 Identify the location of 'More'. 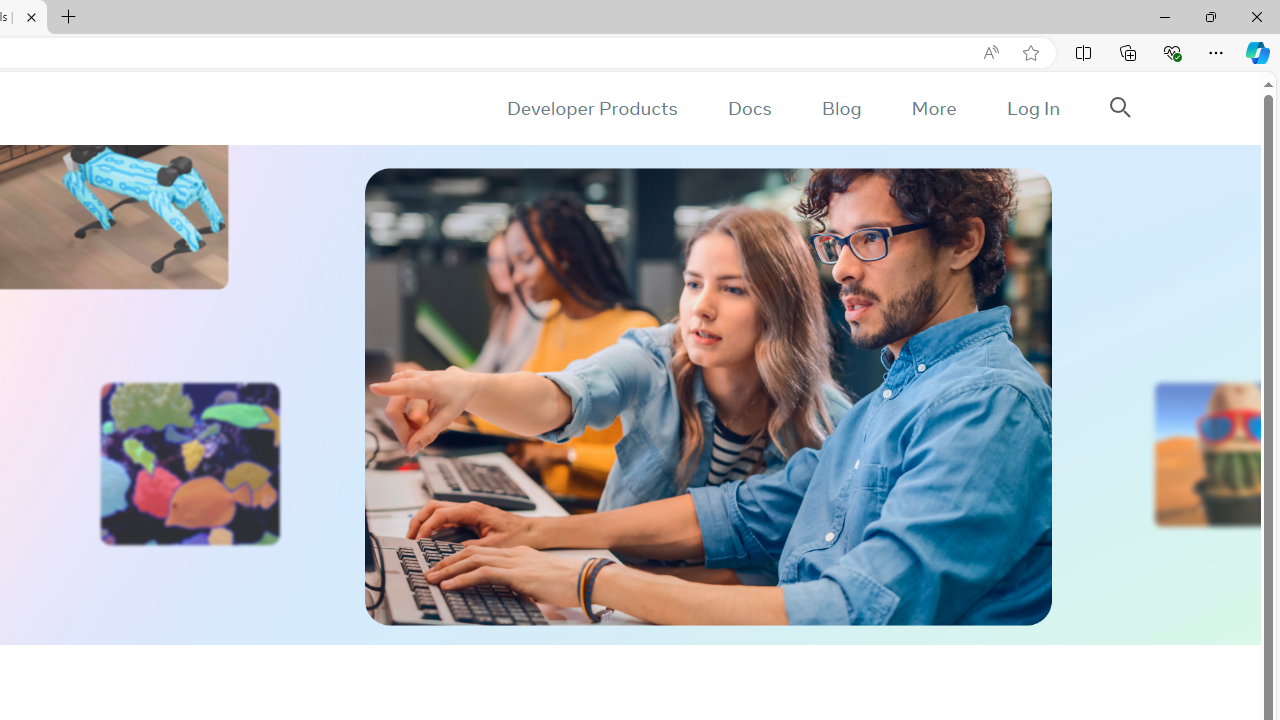
(932, 108).